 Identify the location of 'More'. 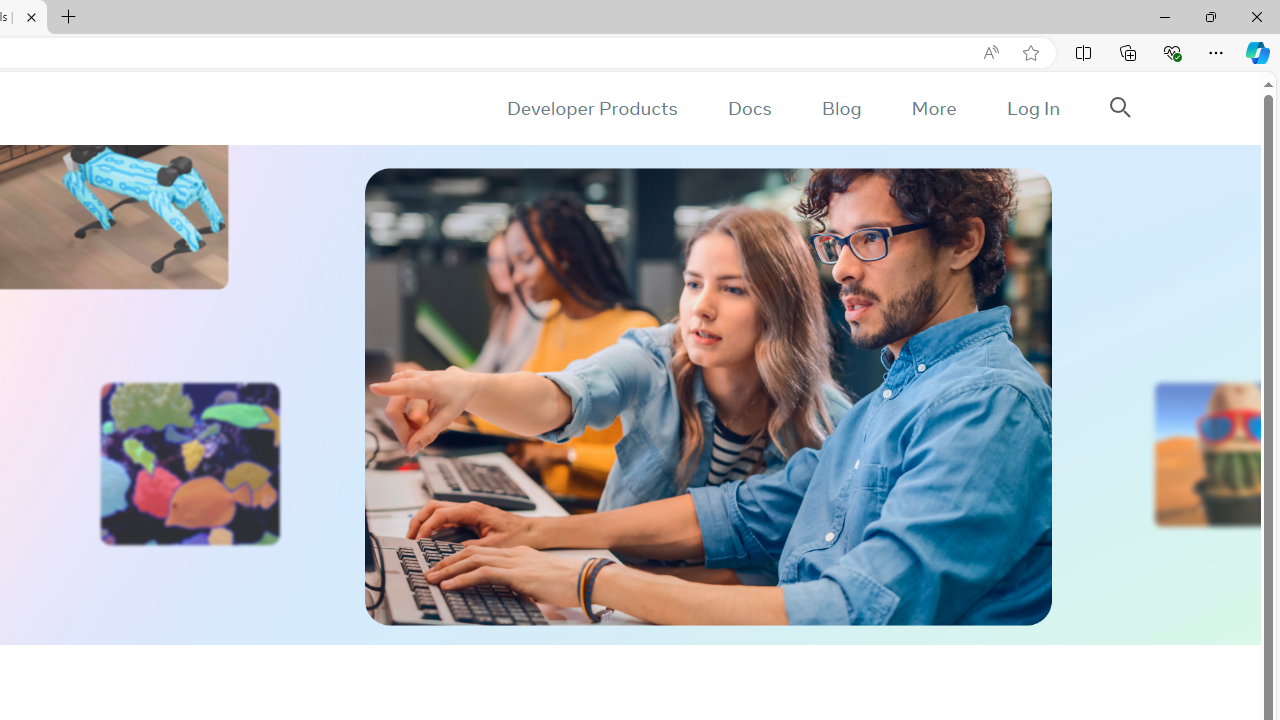
(932, 108).